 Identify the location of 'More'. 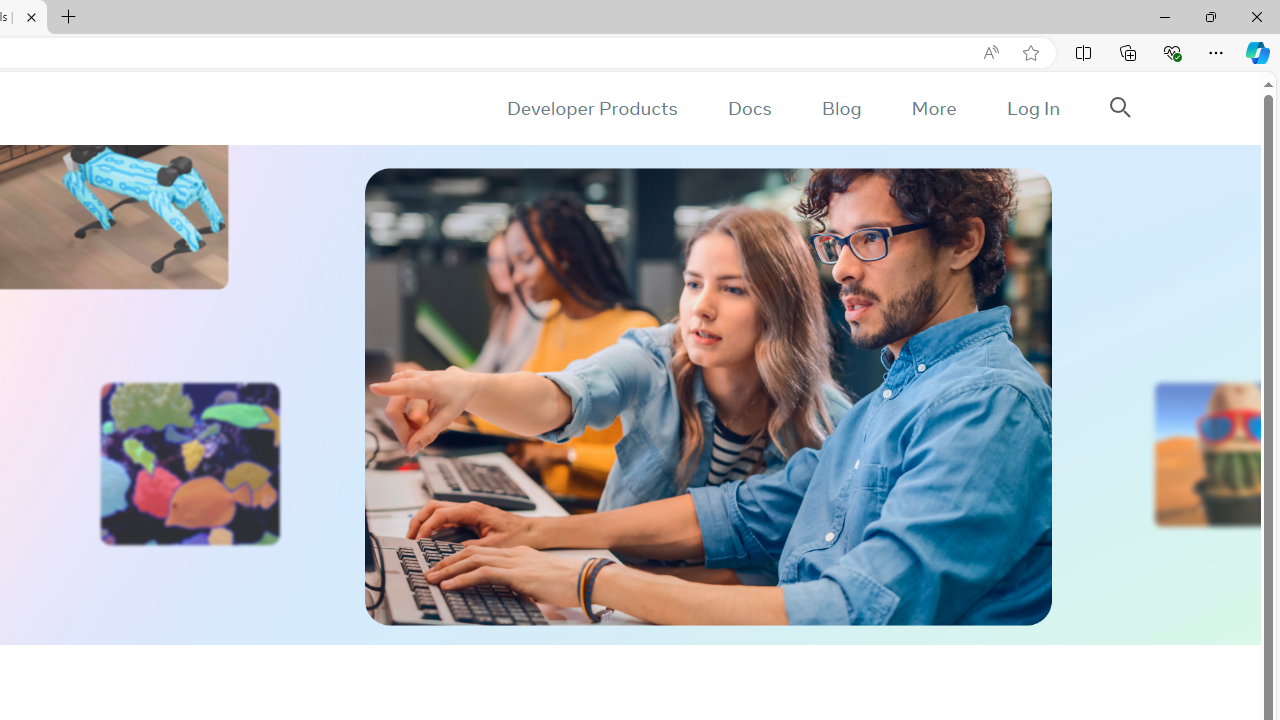
(932, 108).